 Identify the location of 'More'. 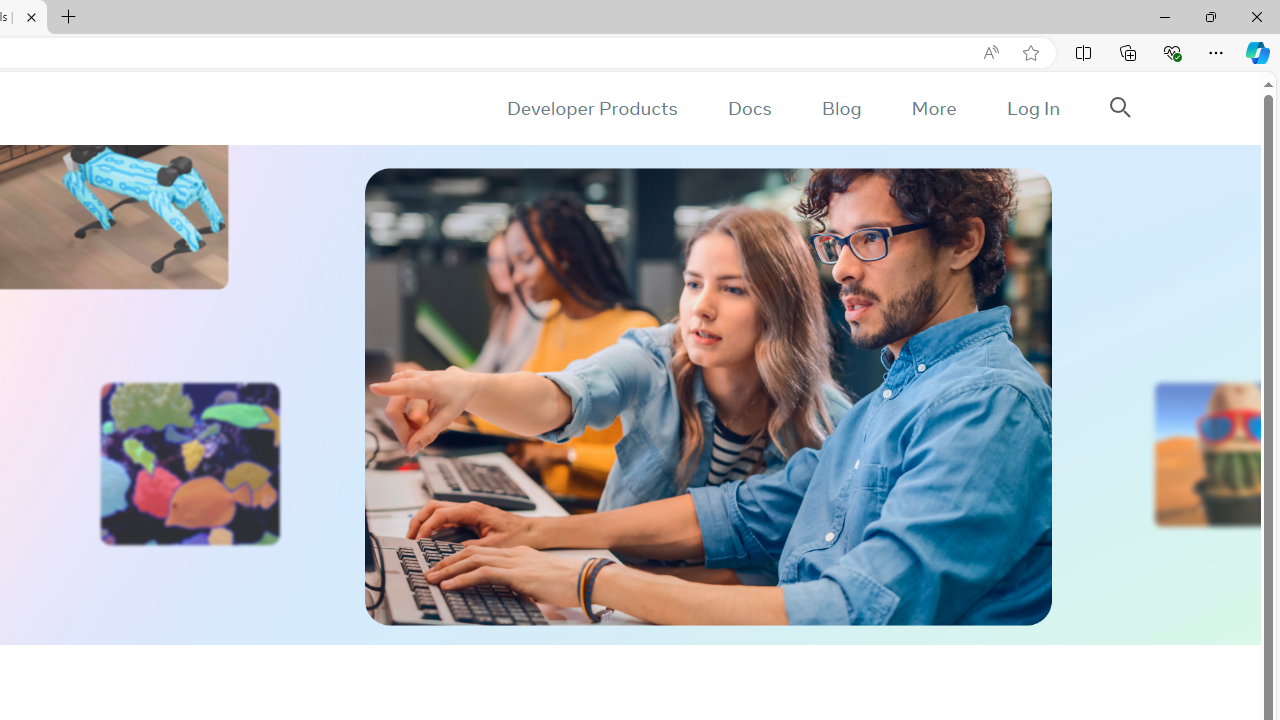
(932, 108).